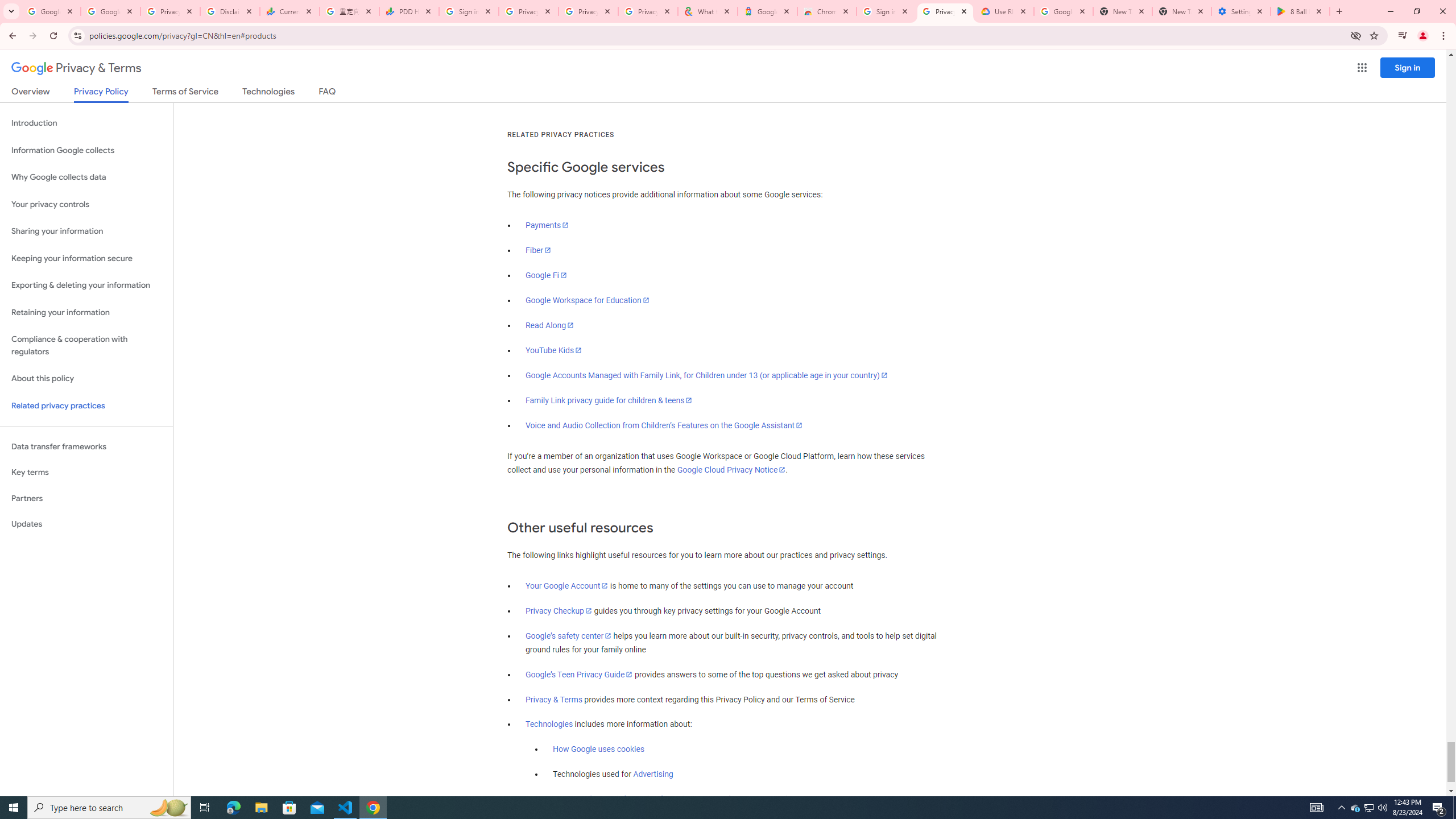 This screenshot has width=1456, height=819. I want to click on '8 Ball Pool - Apps on Google Play', so click(1300, 11).